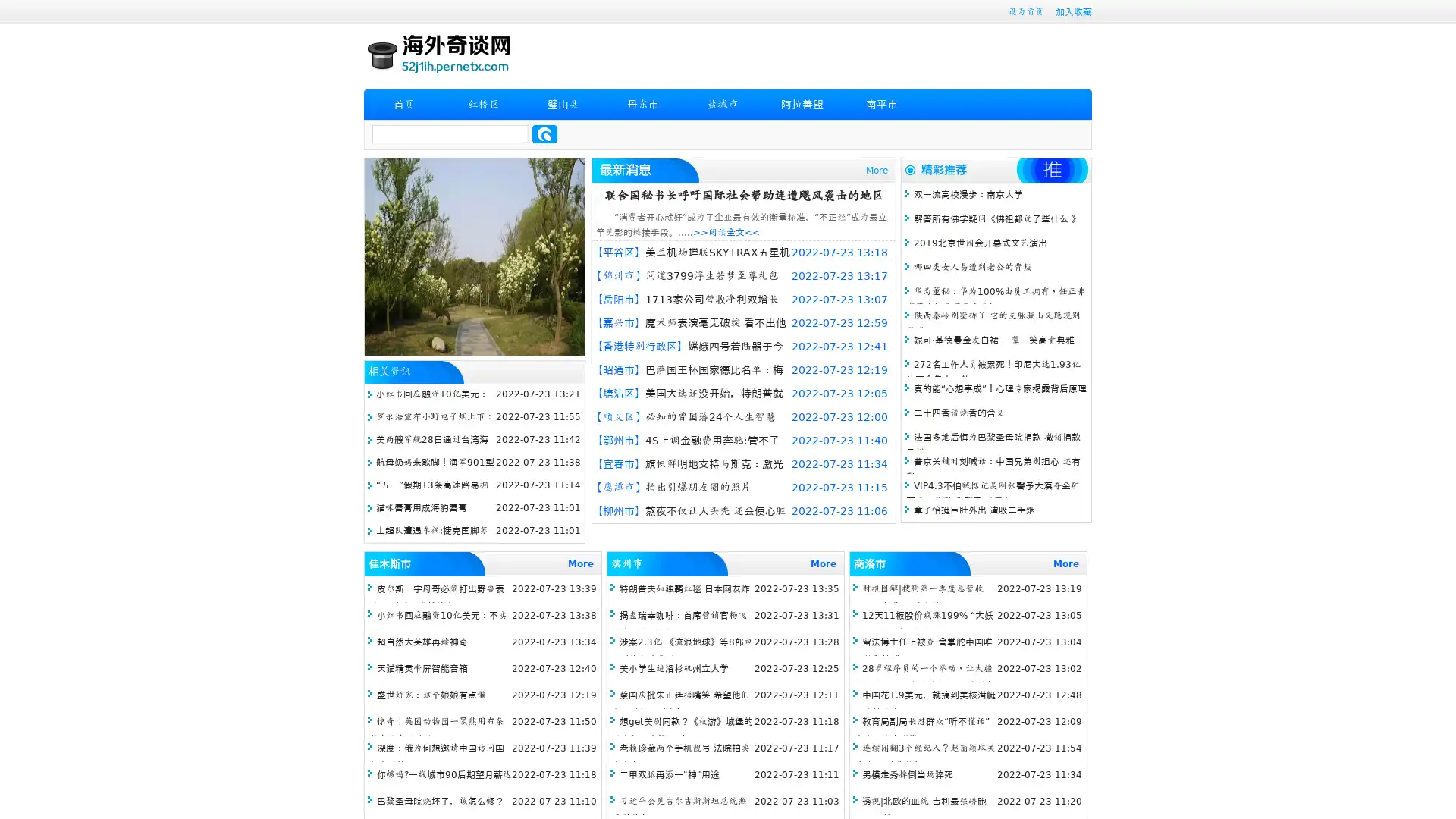  What do you see at coordinates (544, 133) in the screenshot?
I see `Search` at bounding box center [544, 133].